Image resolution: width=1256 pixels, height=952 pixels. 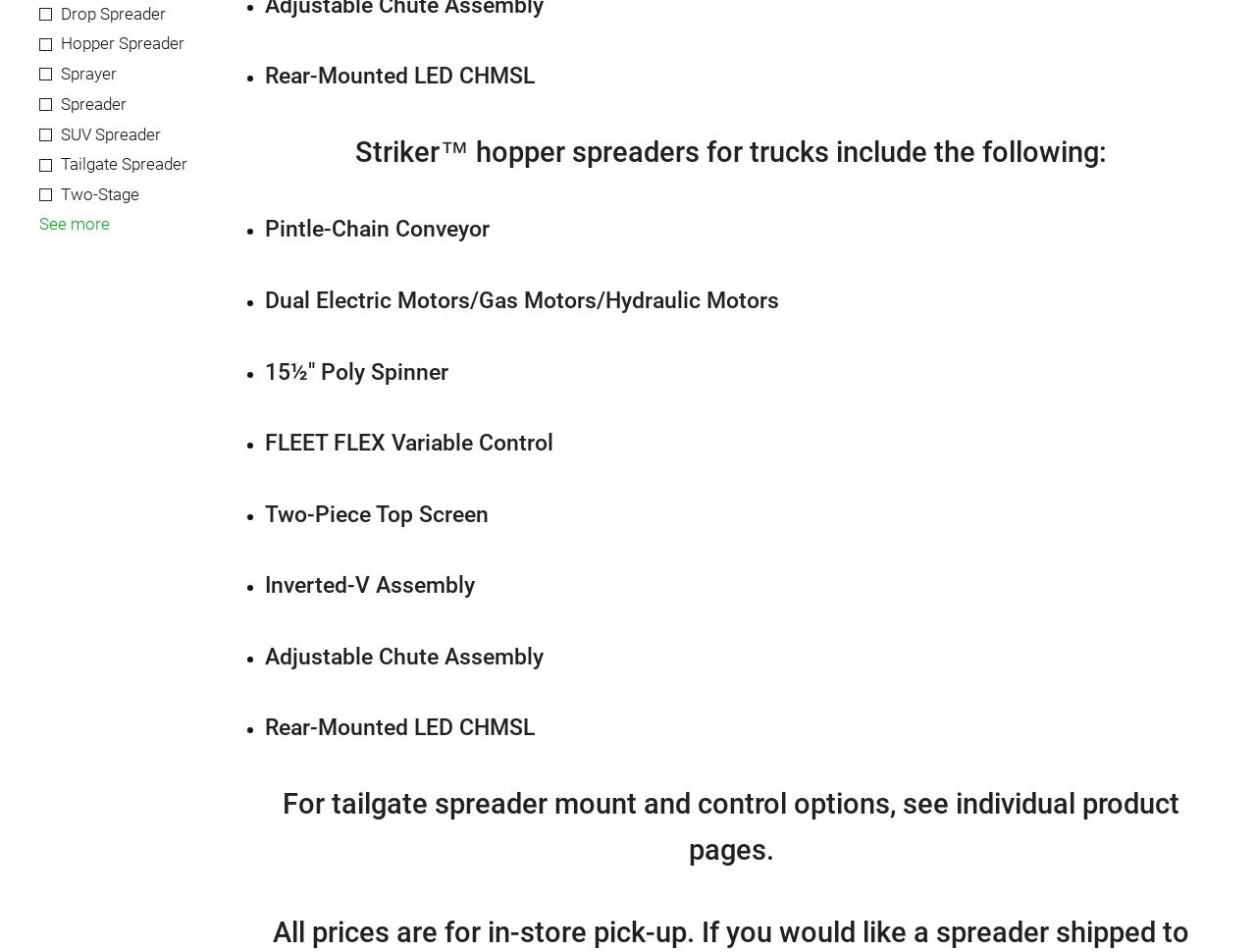 What do you see at coordinates (38, 224) in the screenshot?
I see `'See more'` at bounding box center [38, 224].